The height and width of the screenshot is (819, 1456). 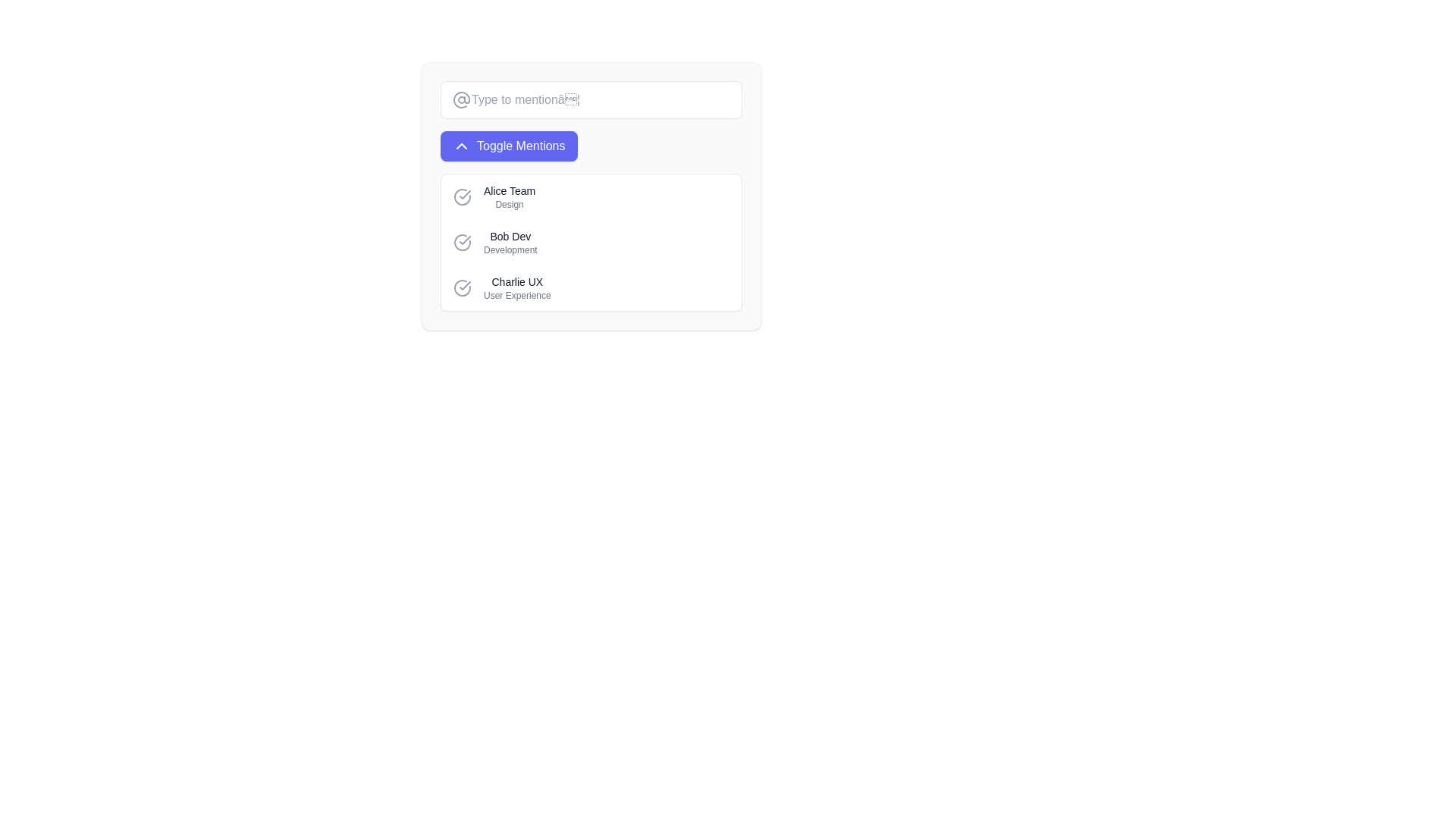 I want to click on the status or selection indicator icon located to the left of the name 'Bob Dev Development' in the second list item of the dropdown, so click(x=461, y=242).